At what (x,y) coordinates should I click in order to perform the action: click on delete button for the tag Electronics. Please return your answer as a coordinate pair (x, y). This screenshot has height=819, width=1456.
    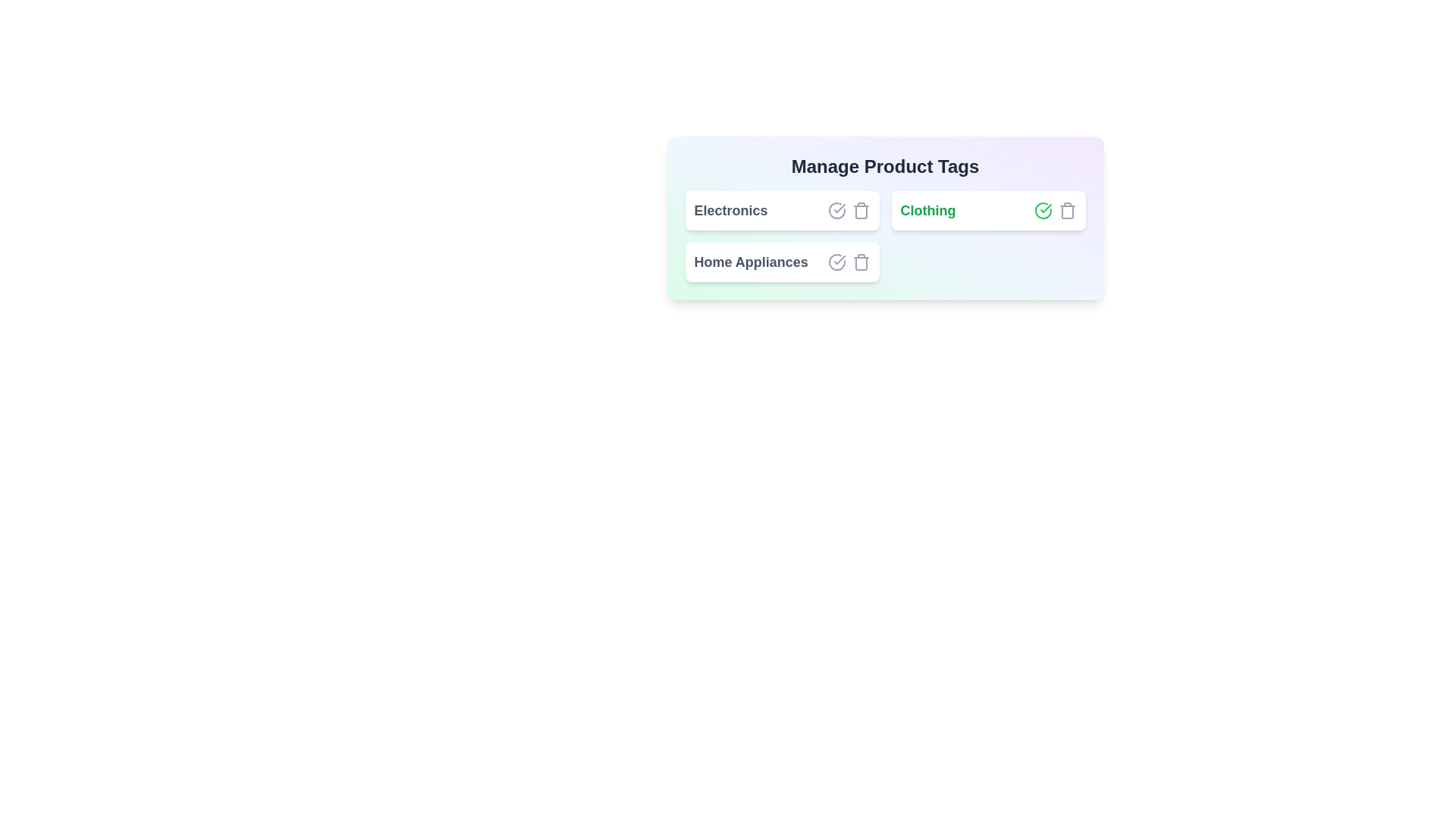
    Looking at the image, I should click on (861, 210).